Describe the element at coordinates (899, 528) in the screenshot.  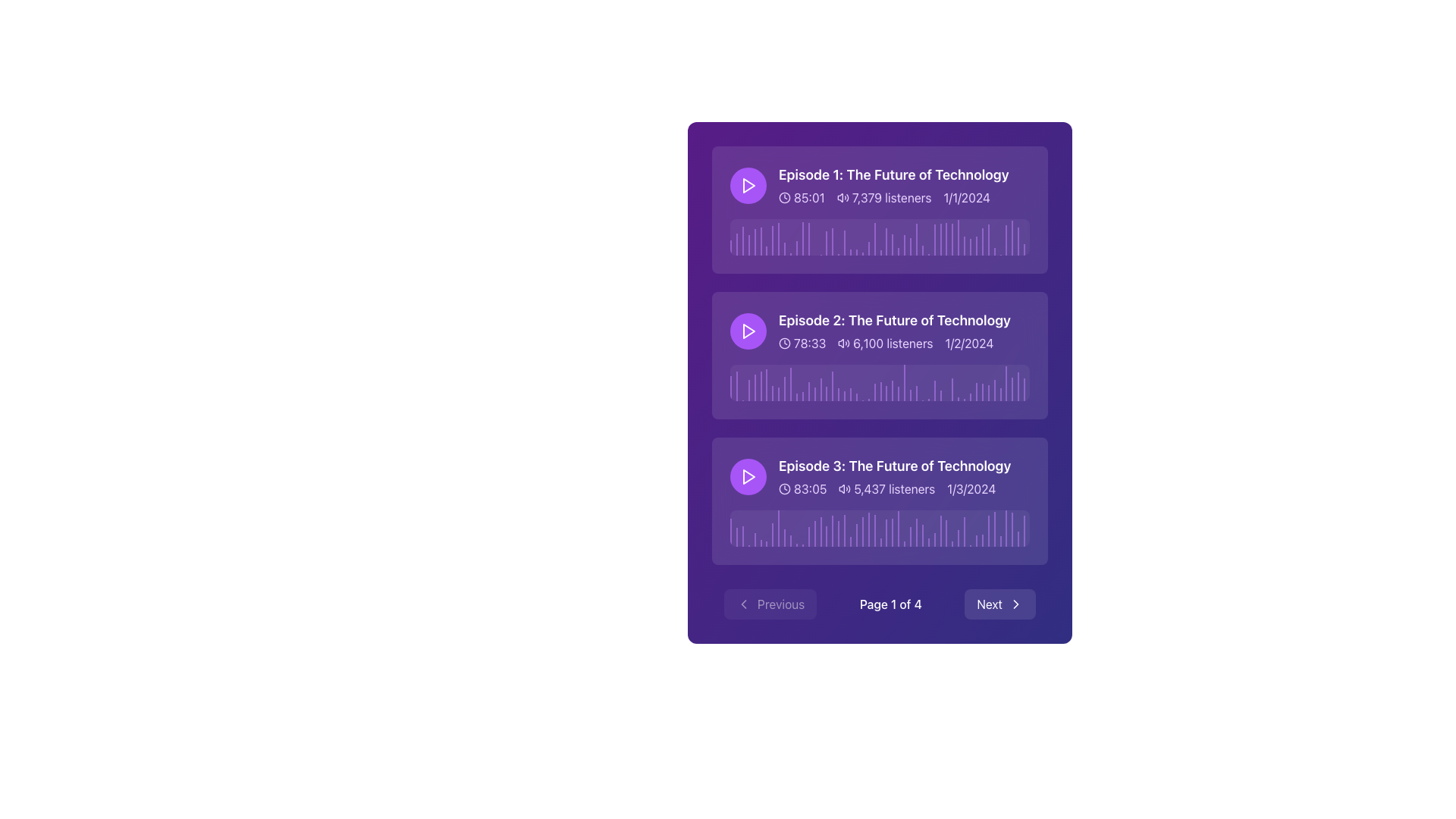
I see `the graphical indicator or progress bar located in the third card of the vertically arranged list, positioned within the waveform area, to read the associated data point` at that location.